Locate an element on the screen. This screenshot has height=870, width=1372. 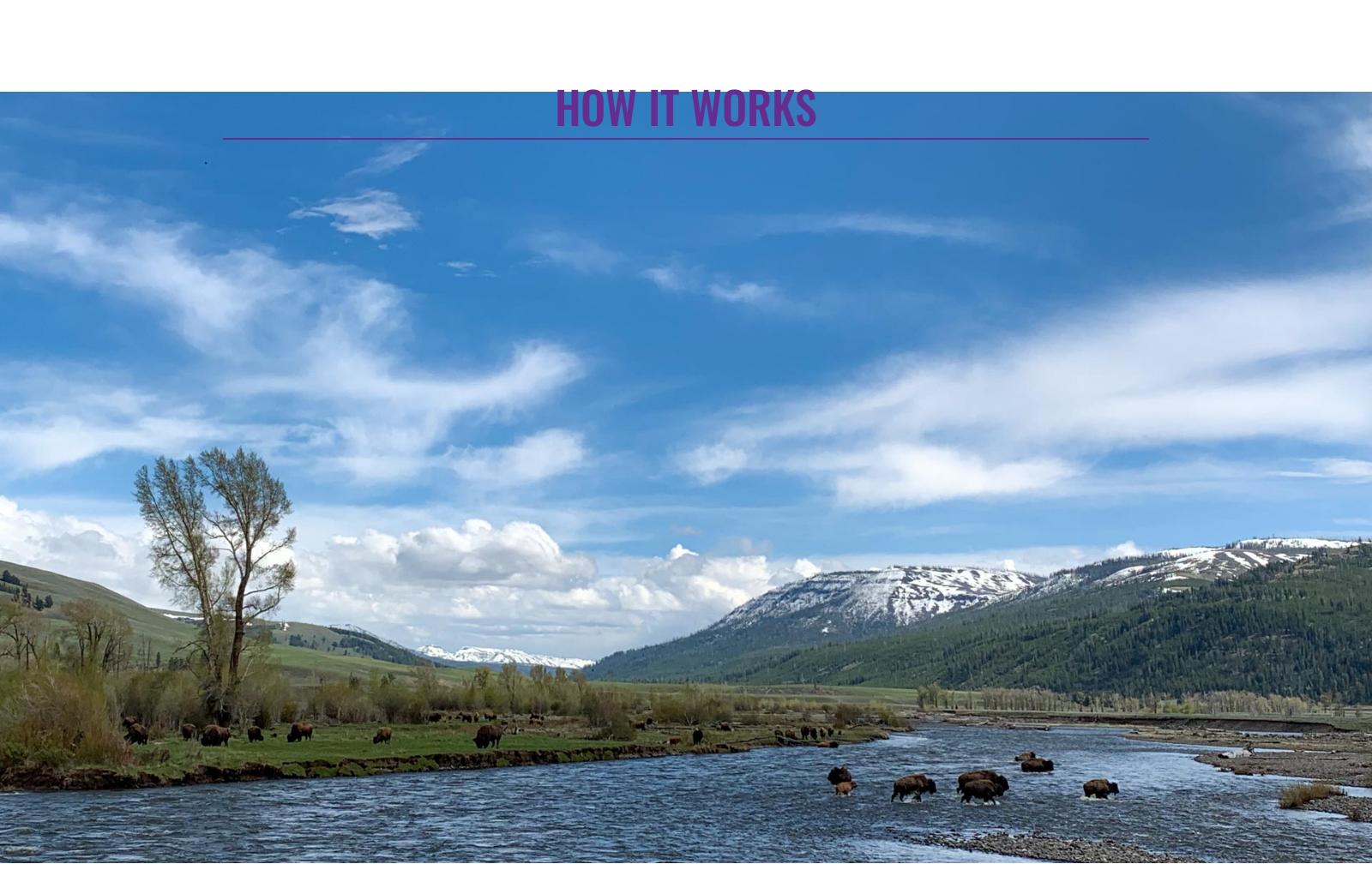
'Reservations' is located at coordinates (346, 272).